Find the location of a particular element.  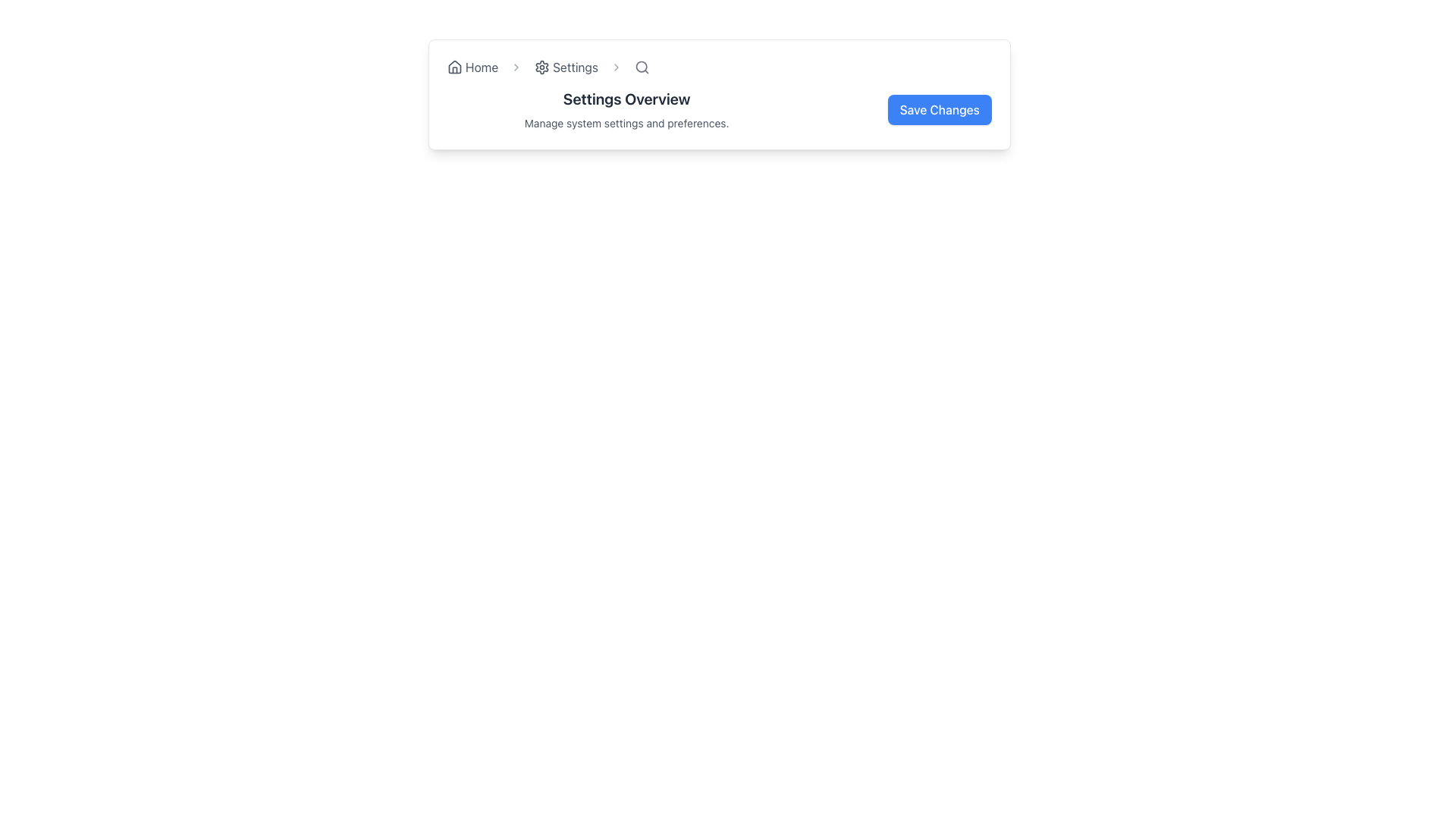

the search icon located in the breadcrumb navigation bar, which is the fourth element succeeding the 'Settings' text is located at coordinates (642, 66).